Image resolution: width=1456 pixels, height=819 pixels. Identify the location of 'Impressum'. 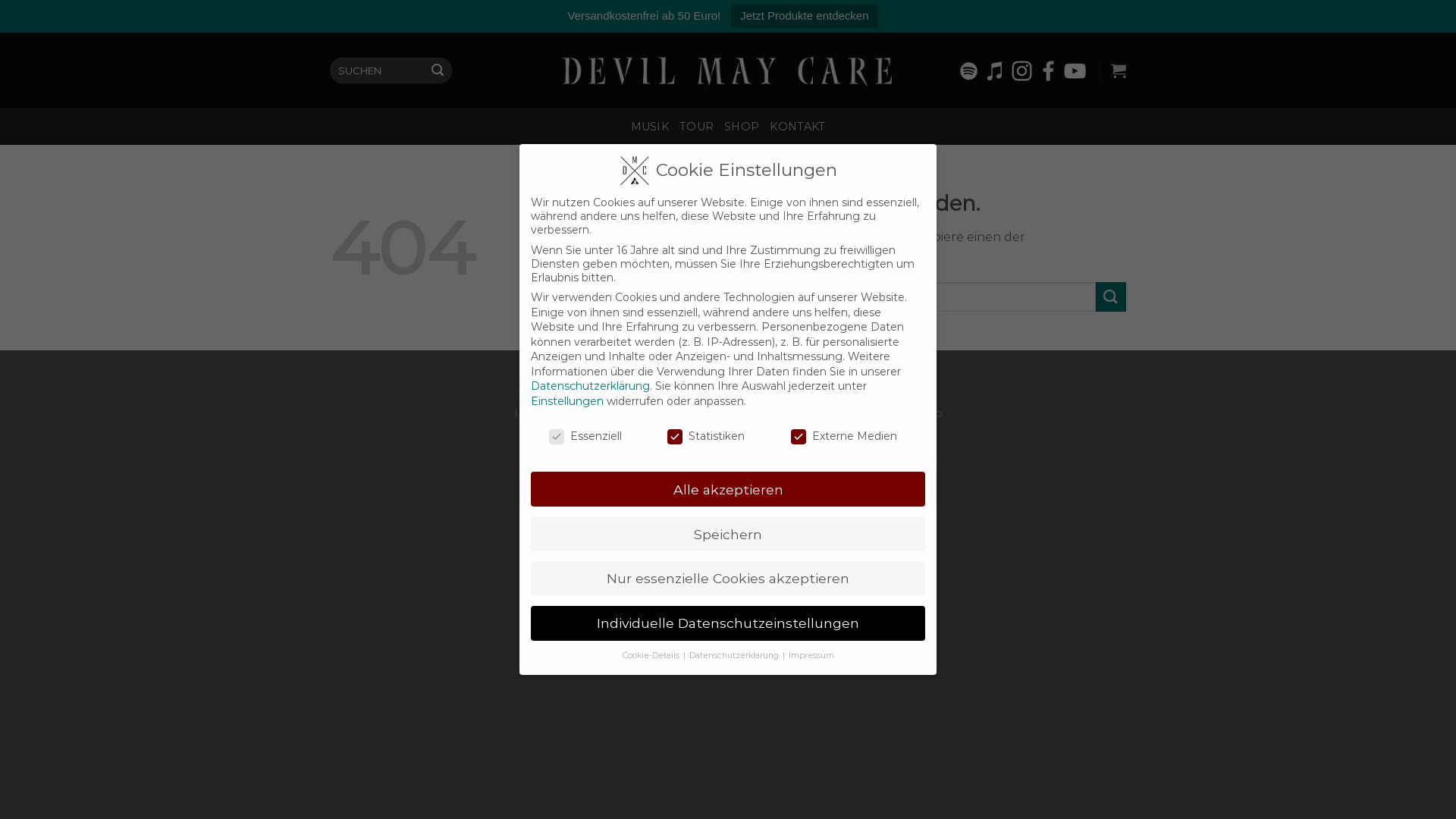
(811, 654).